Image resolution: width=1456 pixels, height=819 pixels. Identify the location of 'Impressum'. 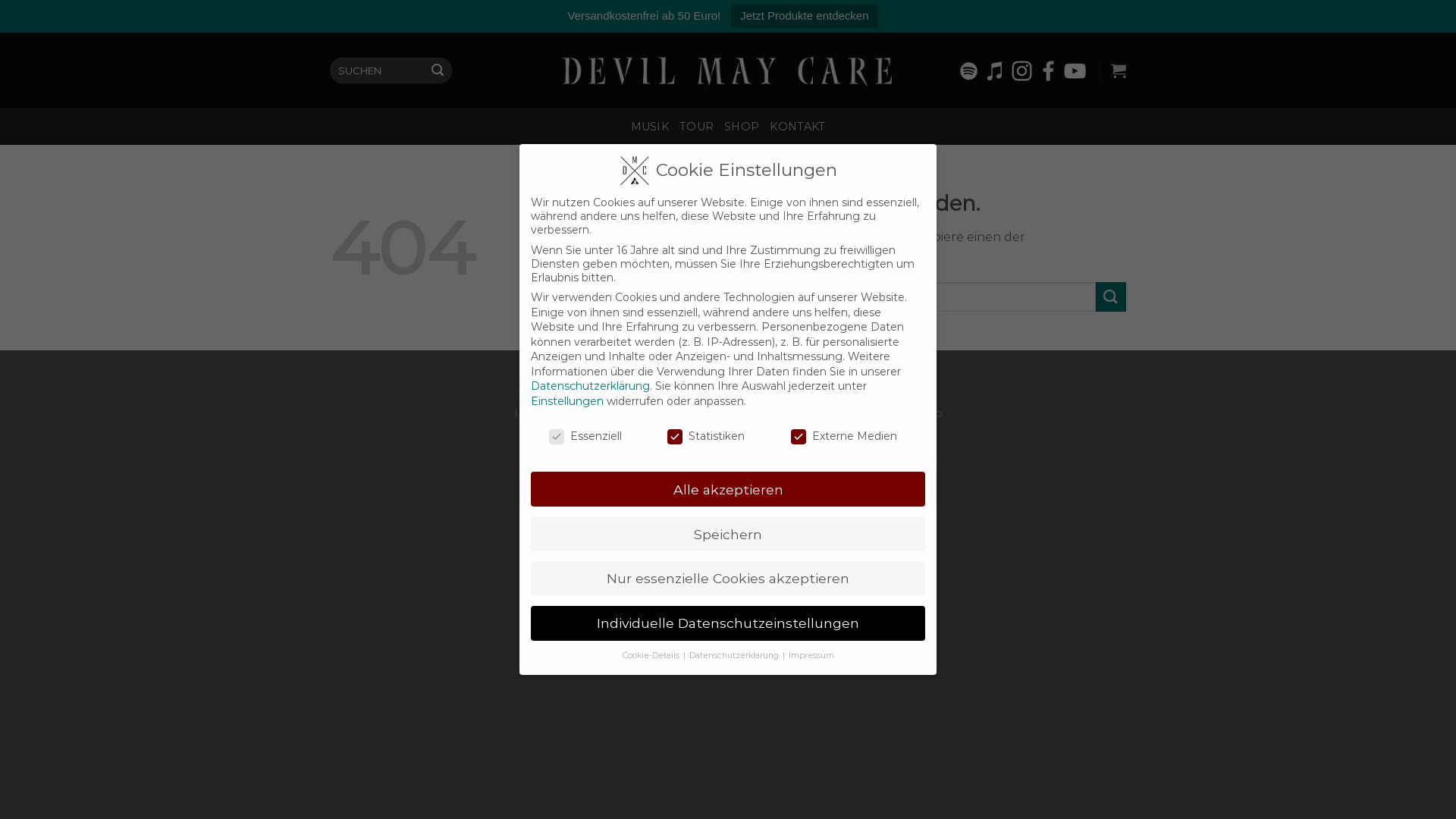
(811, 654).